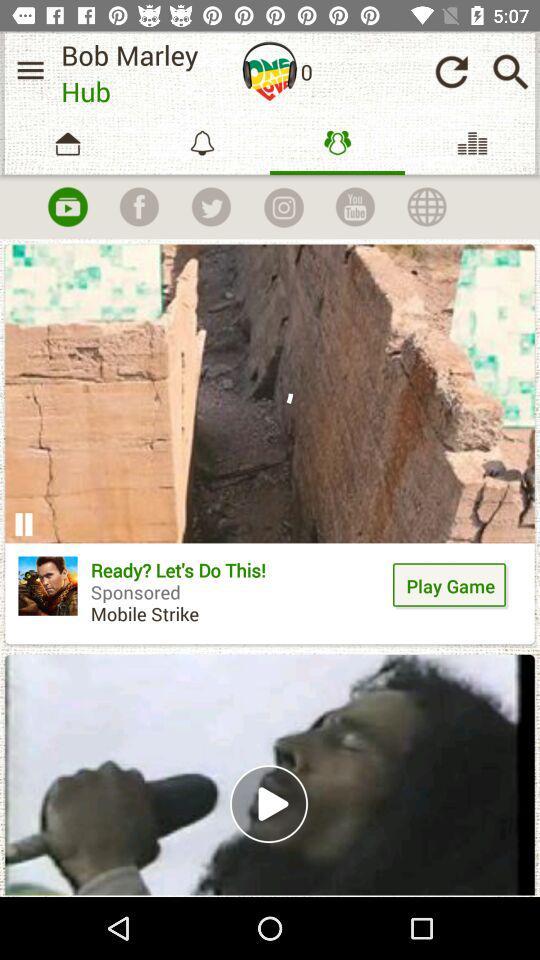  What do you see at coordinates (510, 71) in the screenshot?
I see `open search bar` at bounding box center [510, 71].